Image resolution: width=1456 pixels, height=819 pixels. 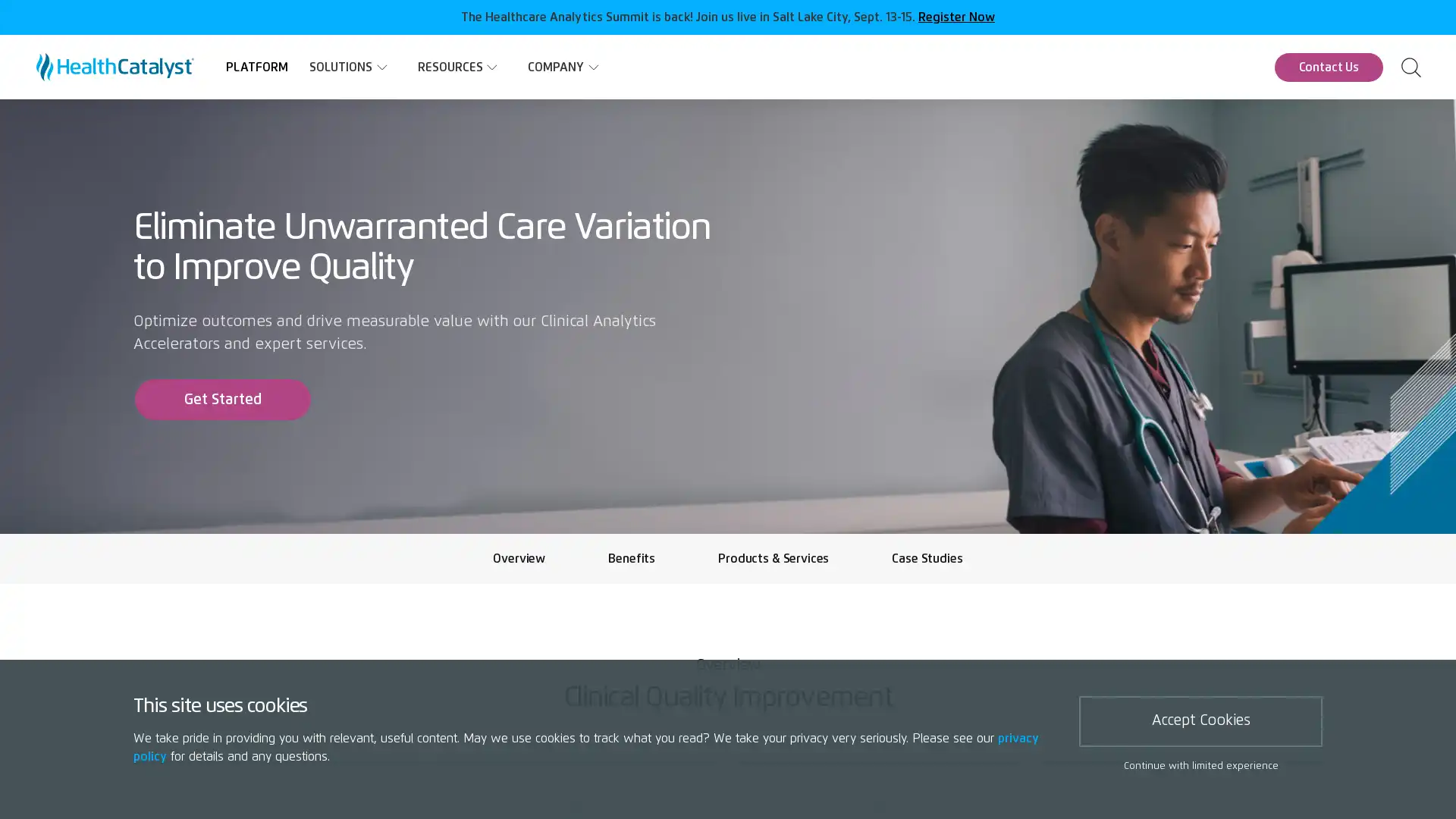 What do you see at coordinates (1200, 765) in the screenshot?
I see `Continue with limited experience` at bounding box center [1200, 765].